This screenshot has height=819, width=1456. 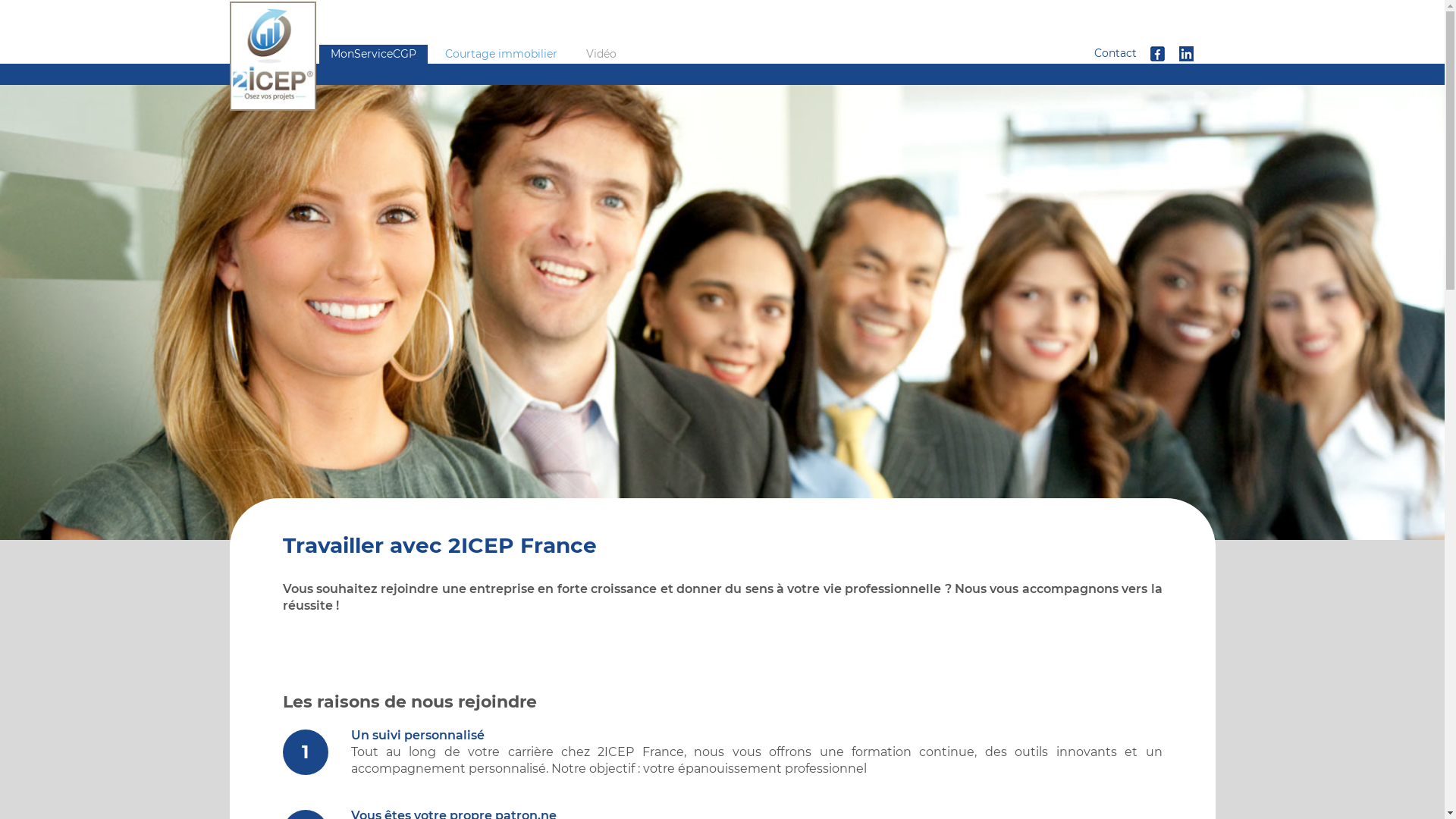 I want to click on 'Contact', so click(x=1115, y=52).